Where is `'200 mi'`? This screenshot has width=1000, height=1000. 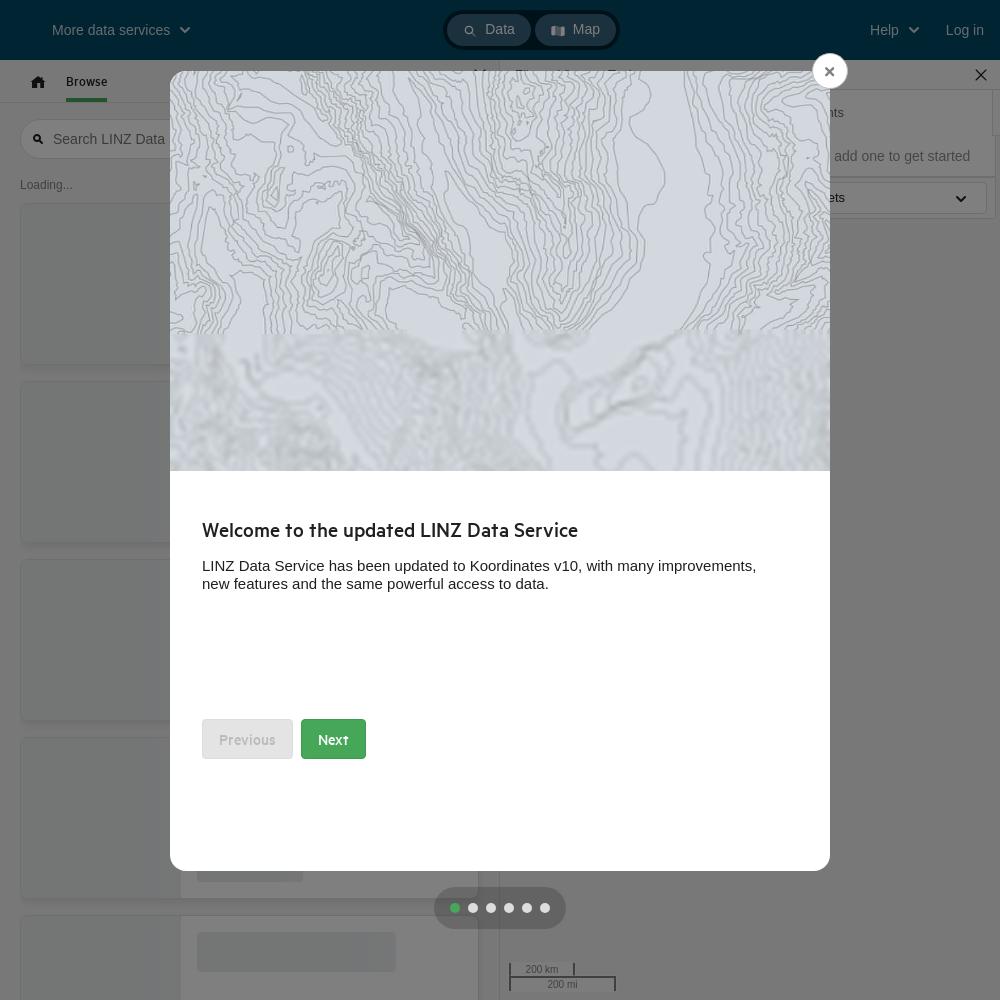 '200 mi' is located at coordinates (562, 983).